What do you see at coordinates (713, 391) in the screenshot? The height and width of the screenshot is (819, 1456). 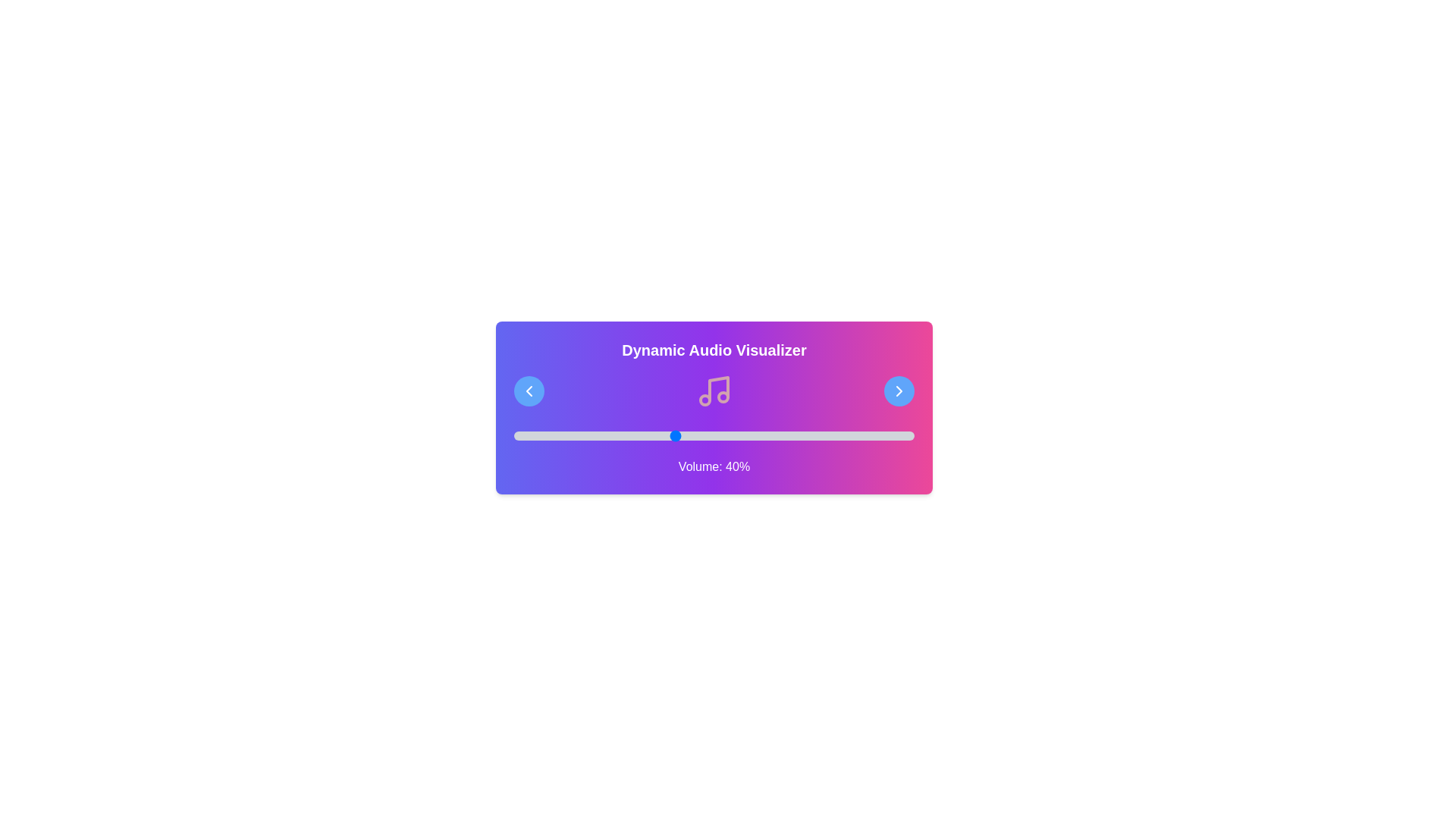 I see `the animated musical note icon to observe its animation` at bounding box center [713, 391].